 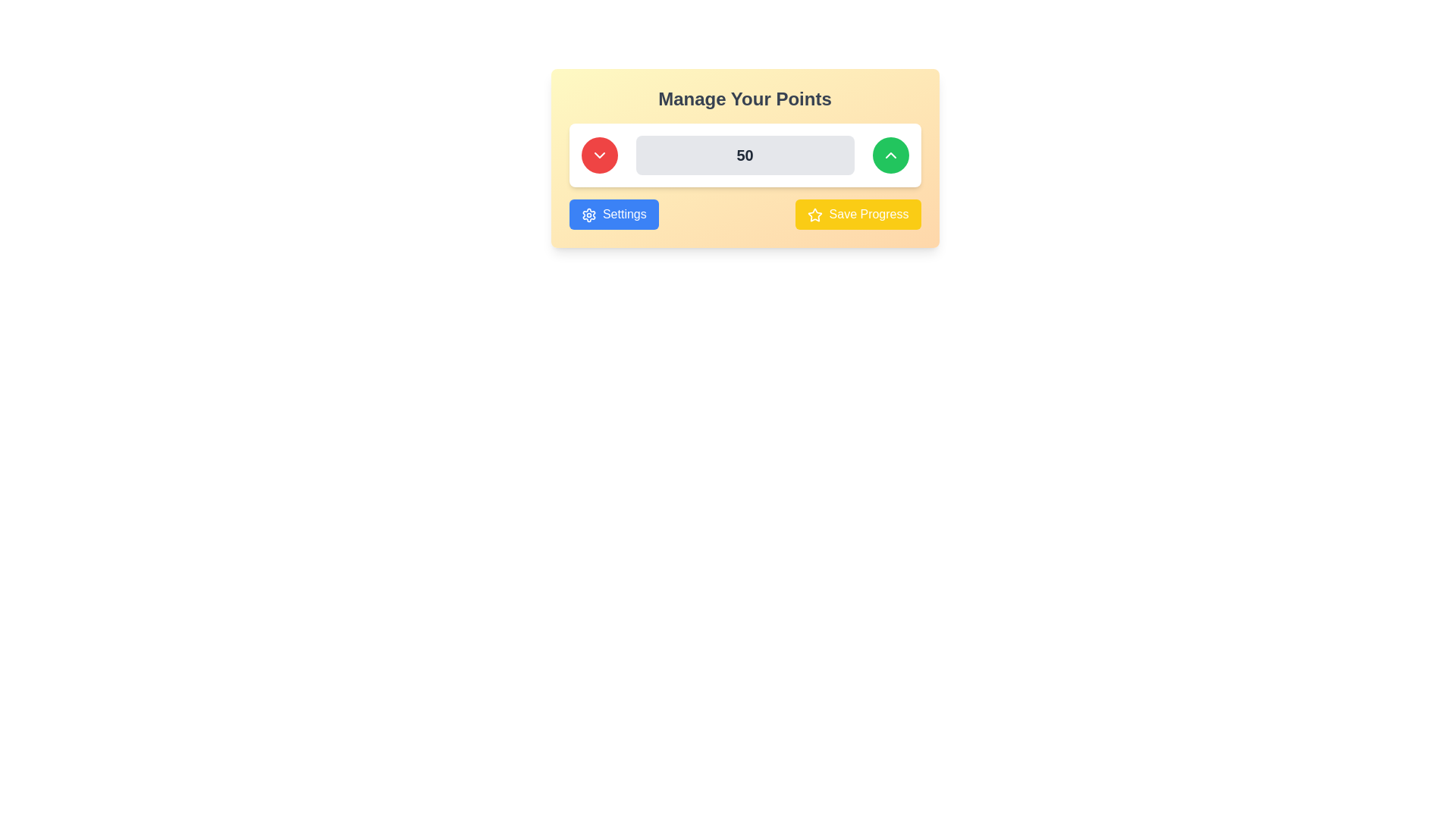 I want to click on the downward chevron icon located in the red circular button, so click(x=598, y=155).